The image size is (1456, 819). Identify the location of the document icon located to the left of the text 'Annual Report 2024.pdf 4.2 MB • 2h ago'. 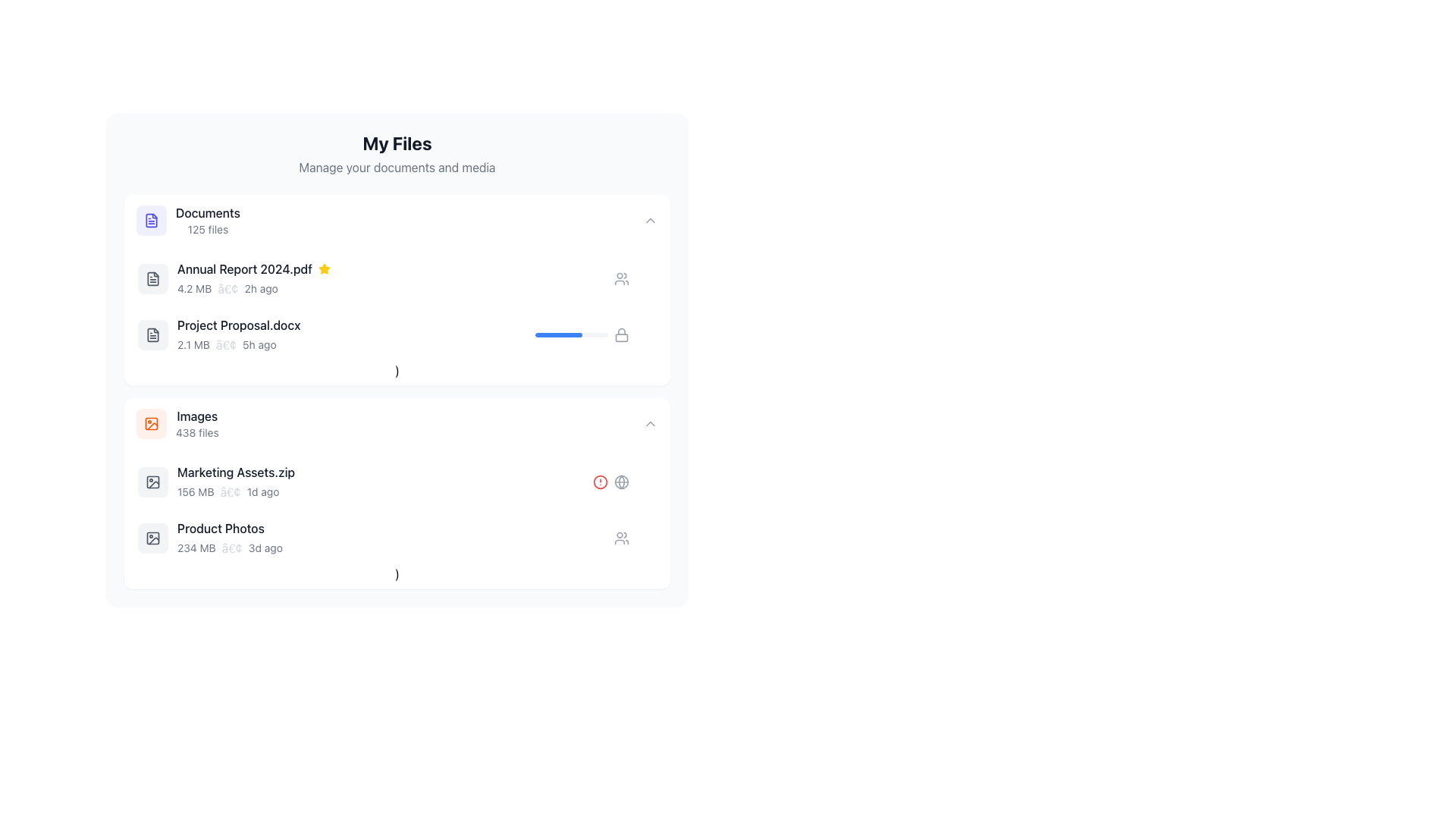
(152, 278).